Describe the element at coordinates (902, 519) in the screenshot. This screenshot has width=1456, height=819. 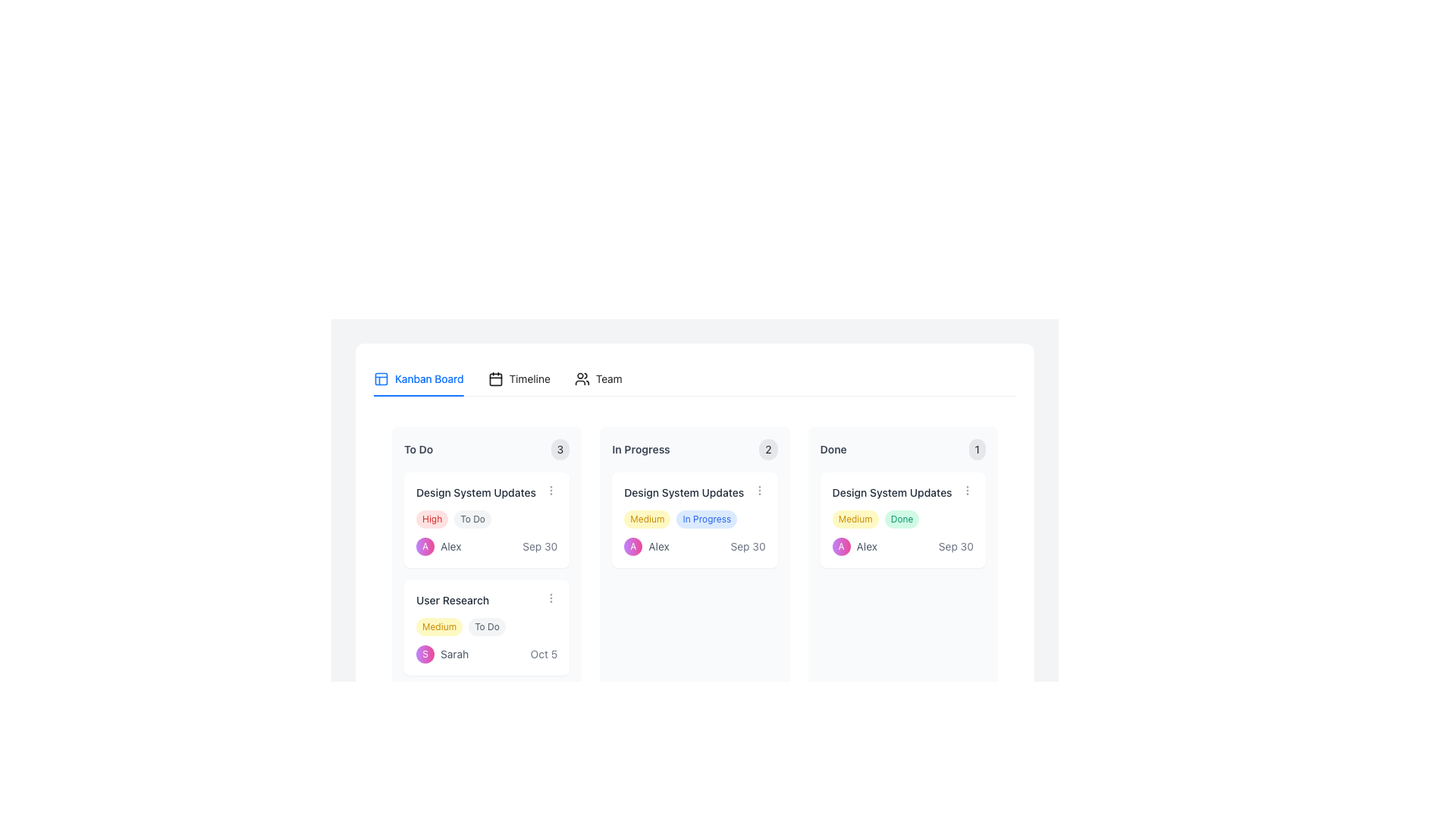
I see `the status and priority displayed in the Label group located under the 'Design System Updates' card in the 'Done' section of the Kanban board` at that location.